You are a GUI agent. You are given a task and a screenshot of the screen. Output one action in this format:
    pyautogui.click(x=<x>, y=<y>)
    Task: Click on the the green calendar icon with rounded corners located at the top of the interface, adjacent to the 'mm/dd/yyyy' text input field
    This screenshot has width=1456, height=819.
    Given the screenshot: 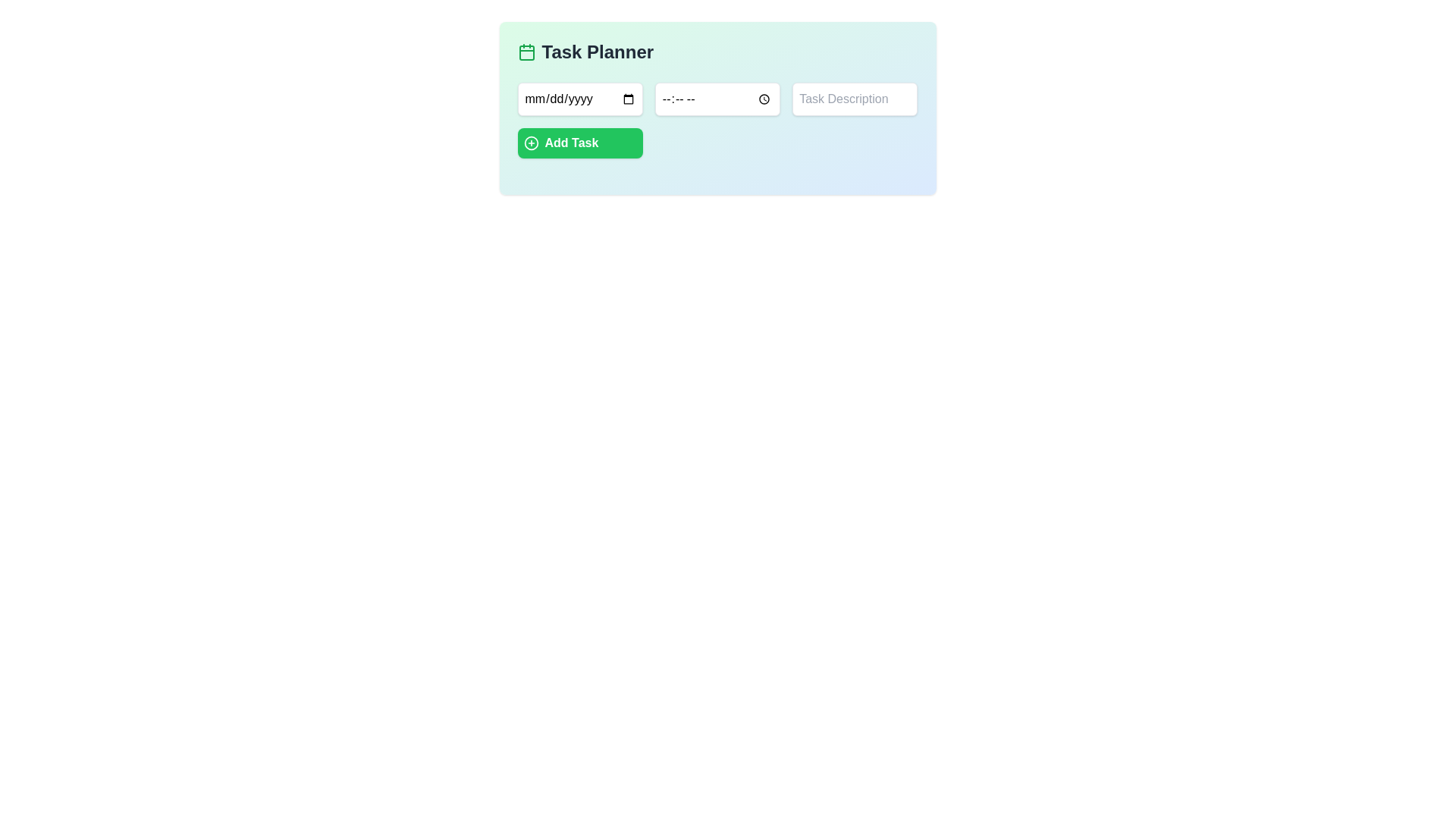 What is the action you would take?
    pyautogui.click(x=526, y=52)
    